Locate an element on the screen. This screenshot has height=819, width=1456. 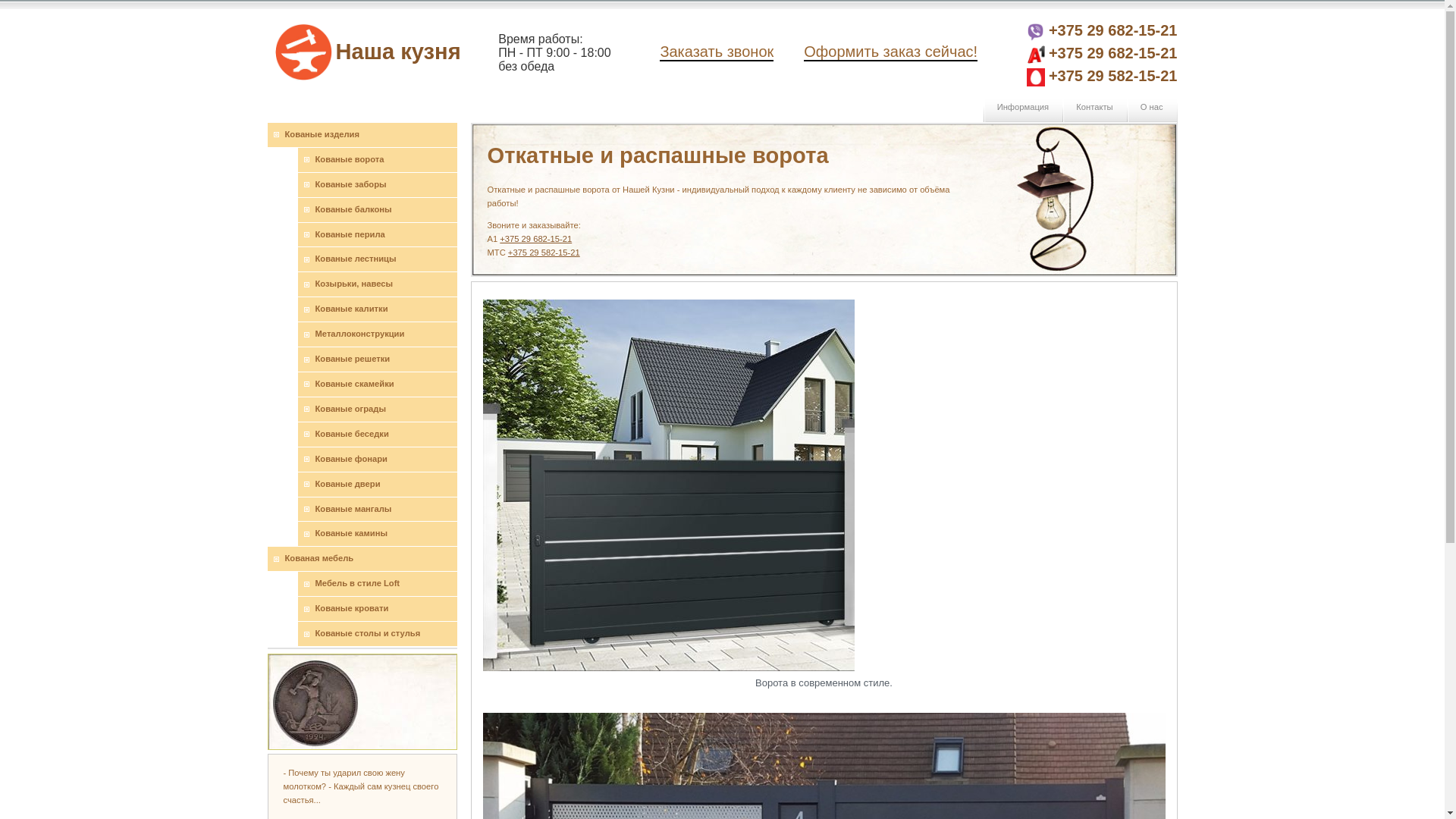
'+375 29 682-15-21' is located at coordinates (1113, 30).